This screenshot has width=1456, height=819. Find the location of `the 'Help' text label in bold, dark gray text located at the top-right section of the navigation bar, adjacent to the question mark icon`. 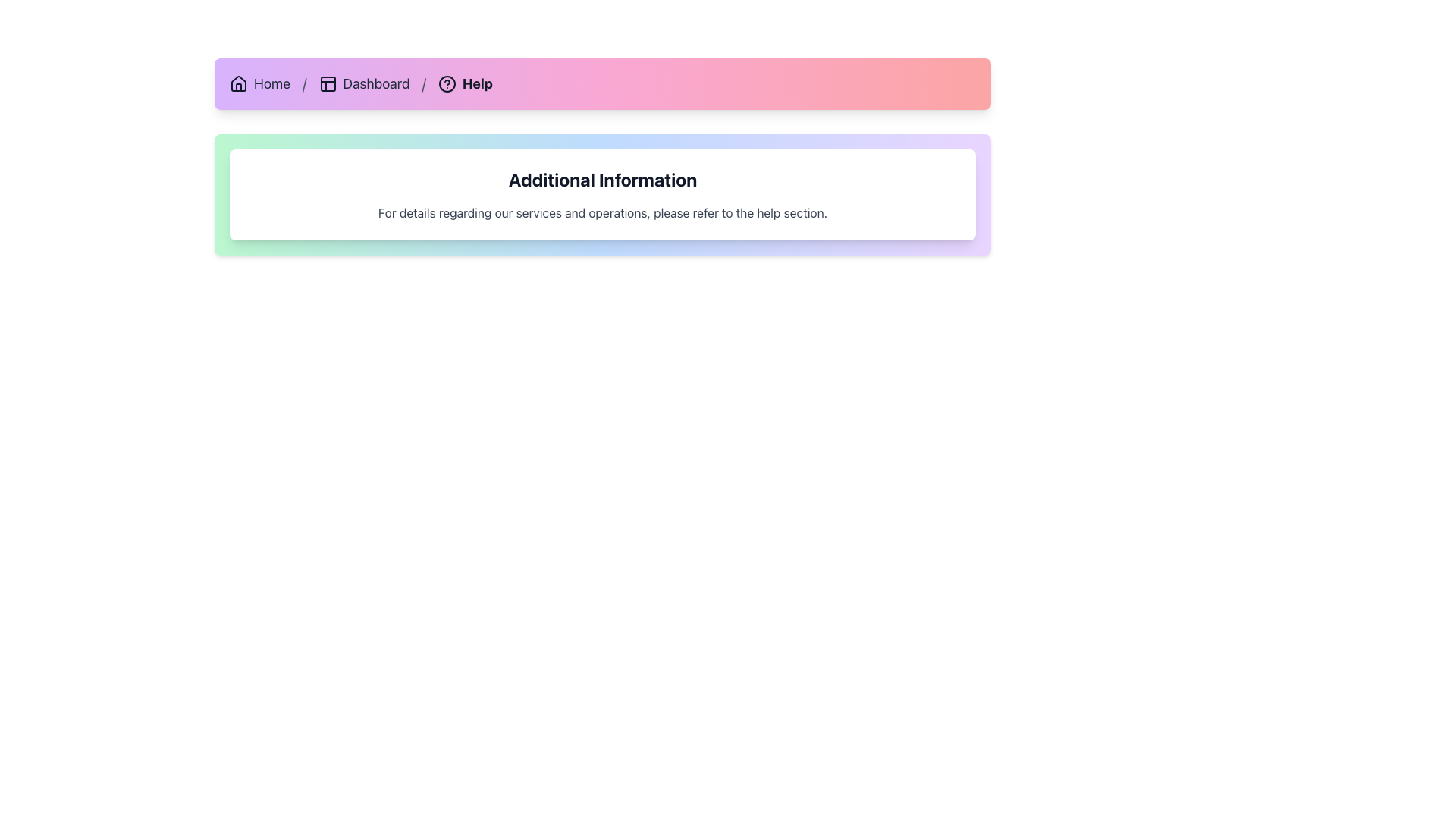

the 'Help' text label in bold, dark gray text located at the top-right section of the navigation bar, adjacent to the question mark icon is located at coordinates (476, 84).